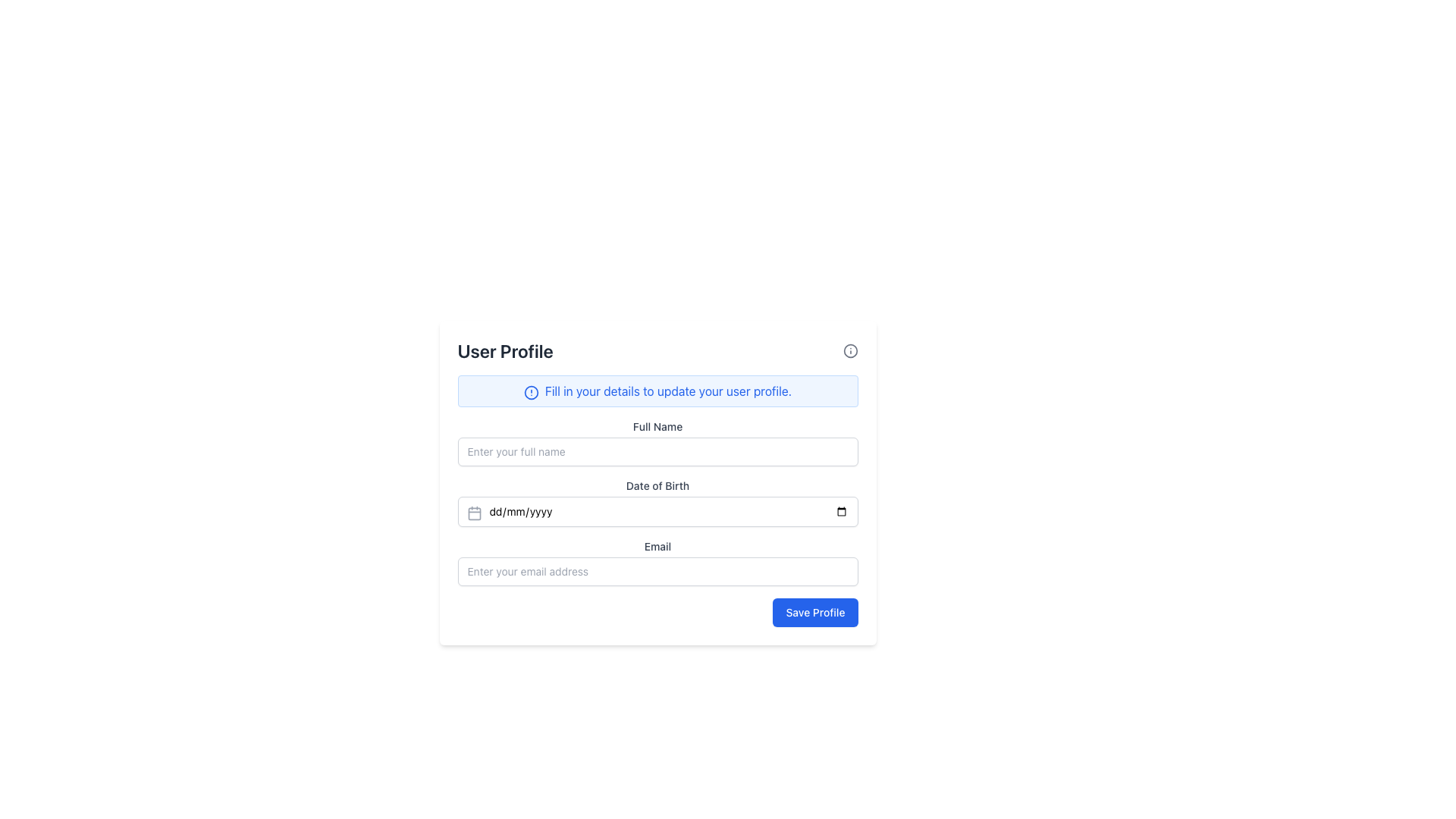 The image size is (1456, 819). Describe the element at coordinates (850, 350) in the screenshot. I see `the informational icon, which is a gray circle with an embedded 'i', located in the top-right corner of the 'User Profile' section` at that location.